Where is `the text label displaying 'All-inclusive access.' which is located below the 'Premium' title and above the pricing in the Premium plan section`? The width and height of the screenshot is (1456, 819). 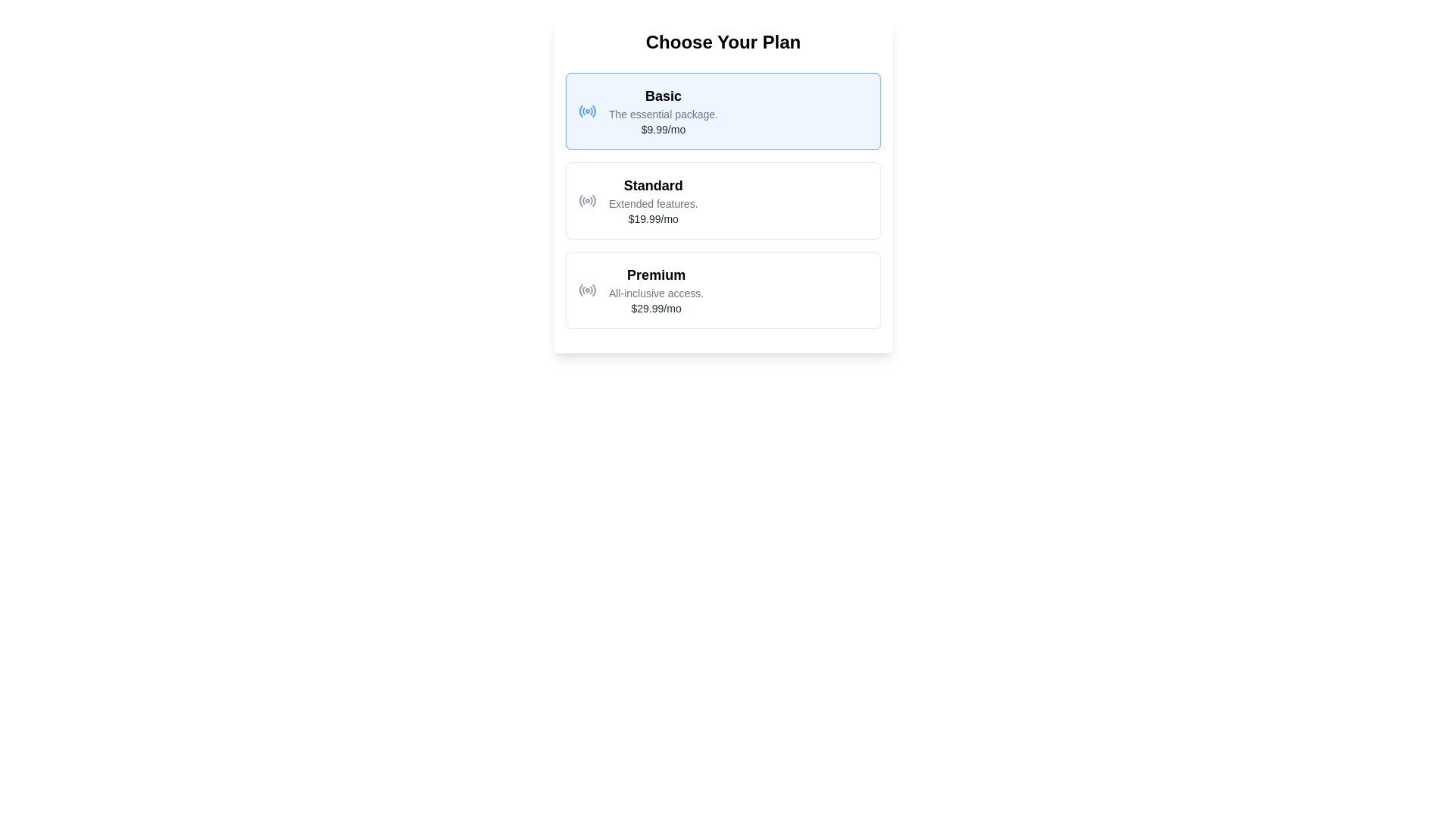 the text label displaying 'All-inclusive access.' which is located below the 'Premium' title and above the pricing in the Premium plan section is located at coordinates (656, 293).